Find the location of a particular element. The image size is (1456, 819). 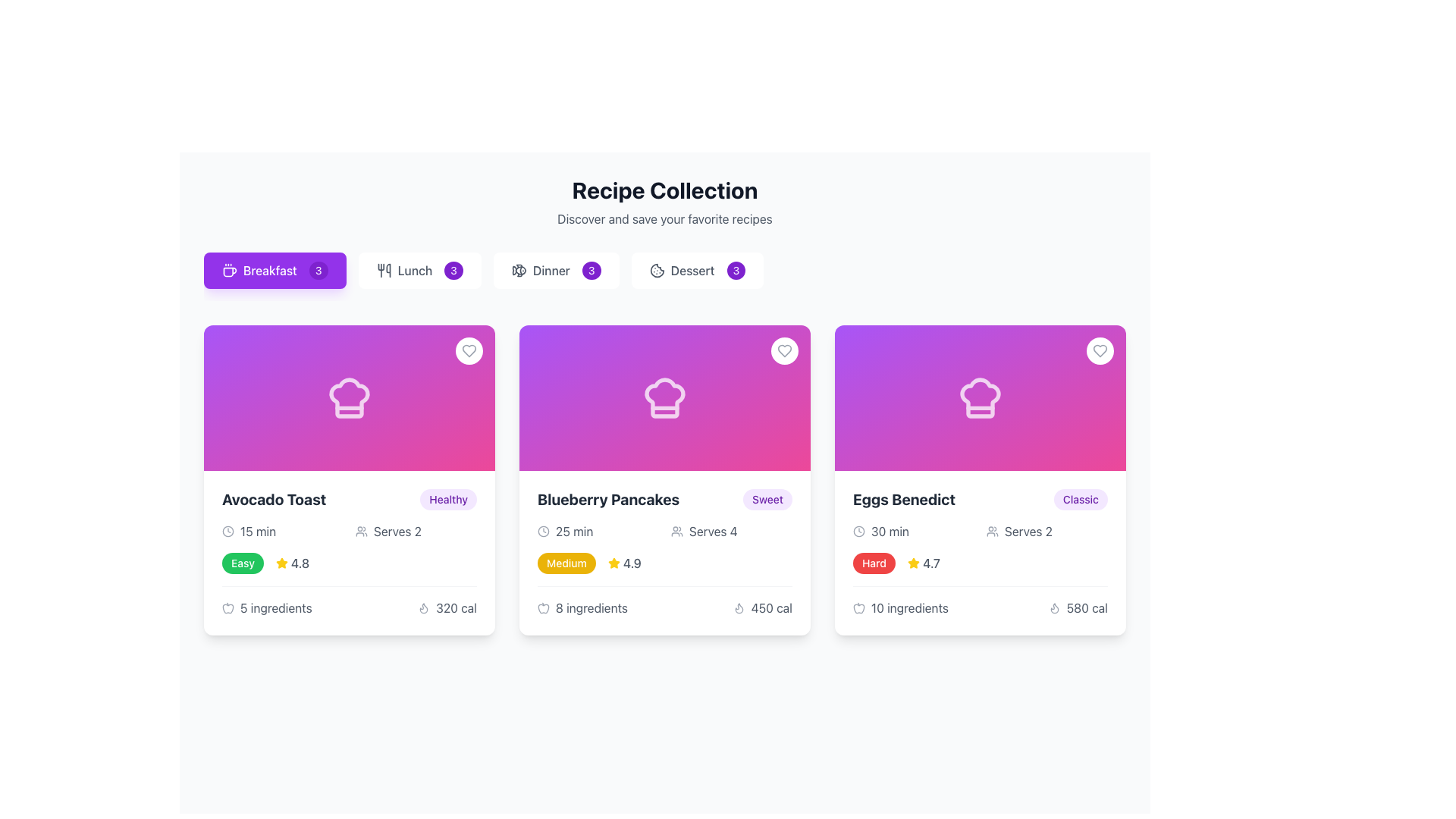

the 'Lunch' category icon located to the left of the text 'Lunch' in the navigation menu is located at coordinates (384, 270).